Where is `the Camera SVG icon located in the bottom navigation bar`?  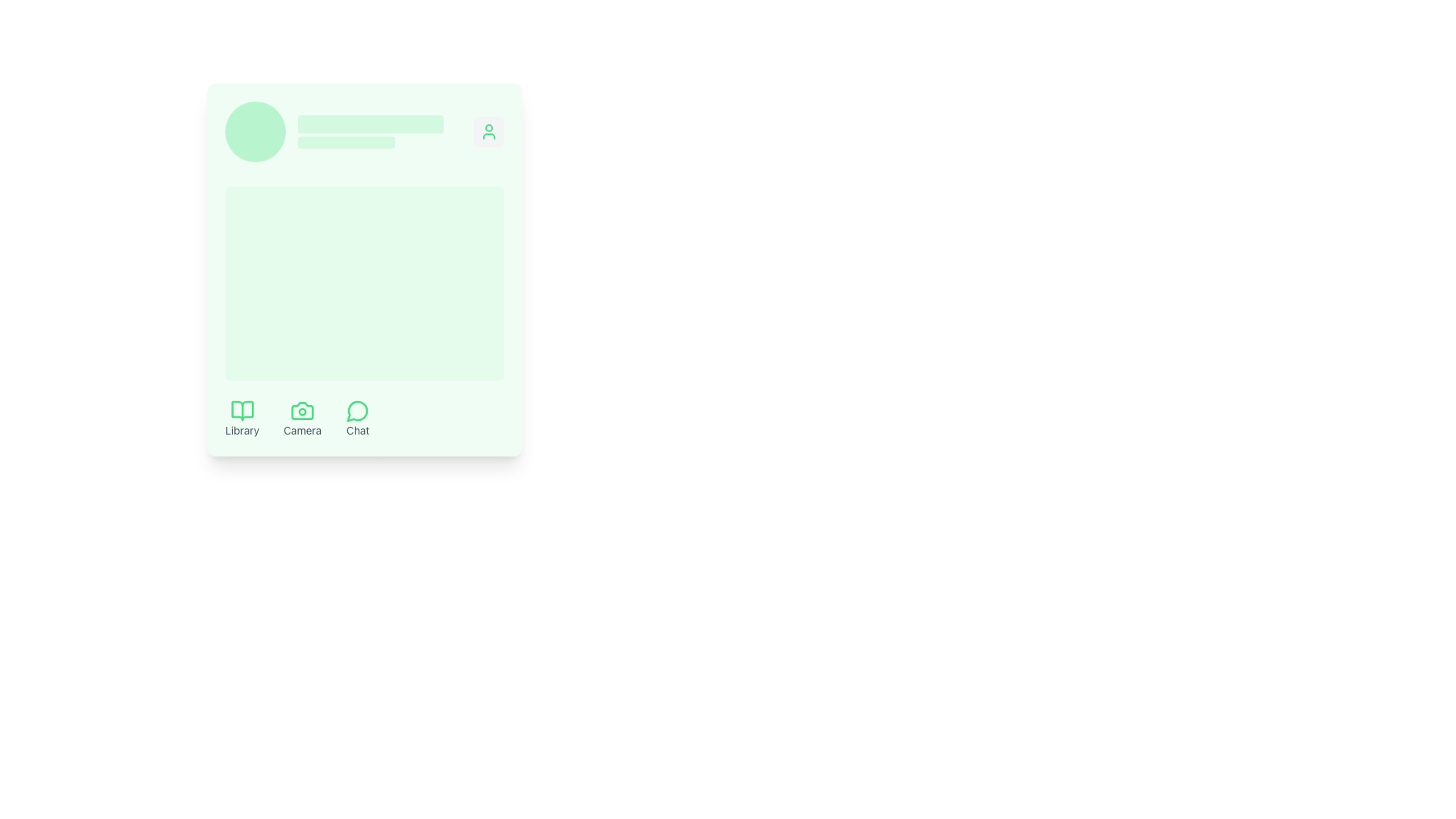 the Camera SVG icon located in the bottom navigation bar is located at coordinates (302, 411).